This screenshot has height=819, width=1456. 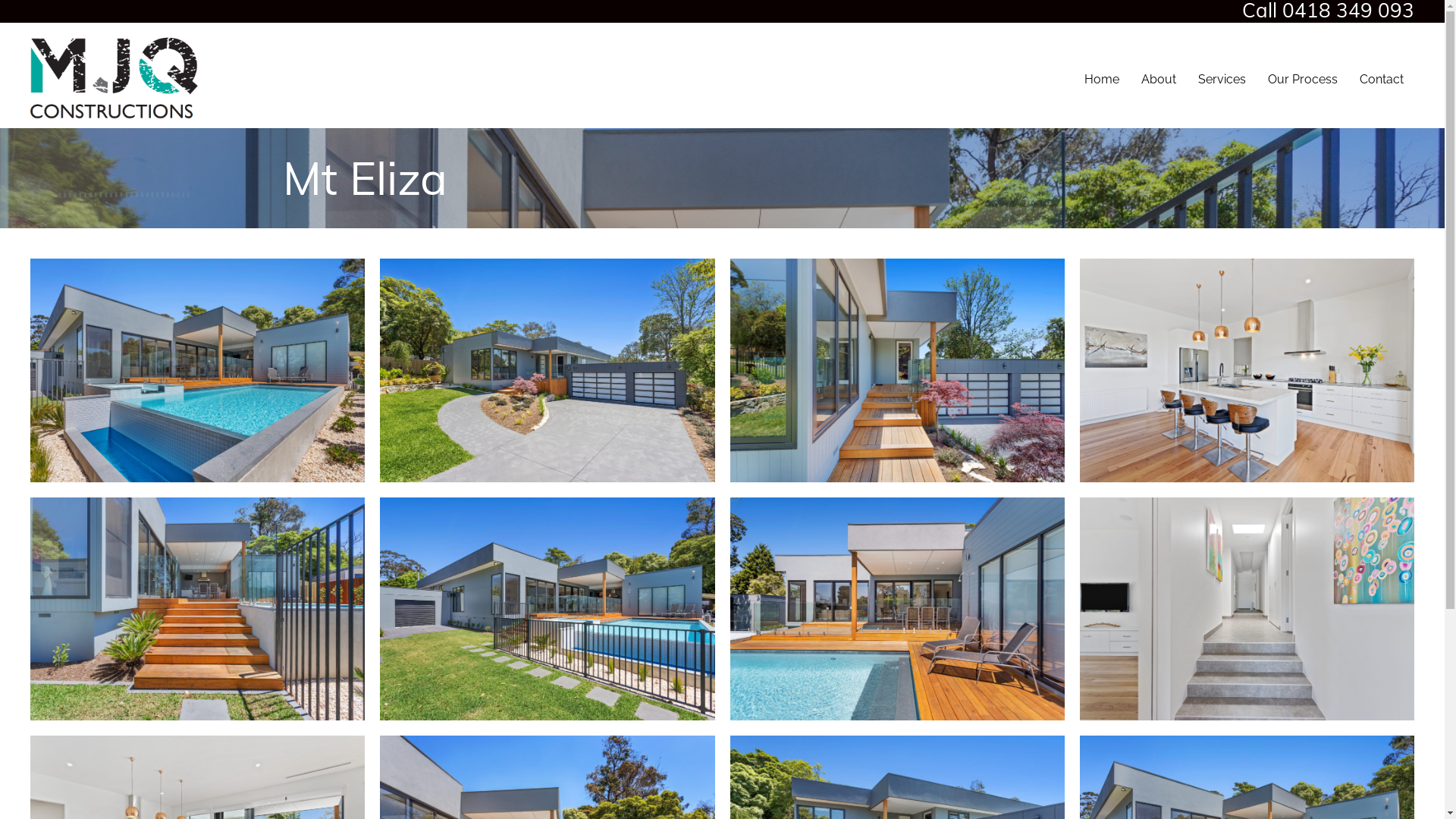 I want to click on 'Home', so click(x=1102, y=79).